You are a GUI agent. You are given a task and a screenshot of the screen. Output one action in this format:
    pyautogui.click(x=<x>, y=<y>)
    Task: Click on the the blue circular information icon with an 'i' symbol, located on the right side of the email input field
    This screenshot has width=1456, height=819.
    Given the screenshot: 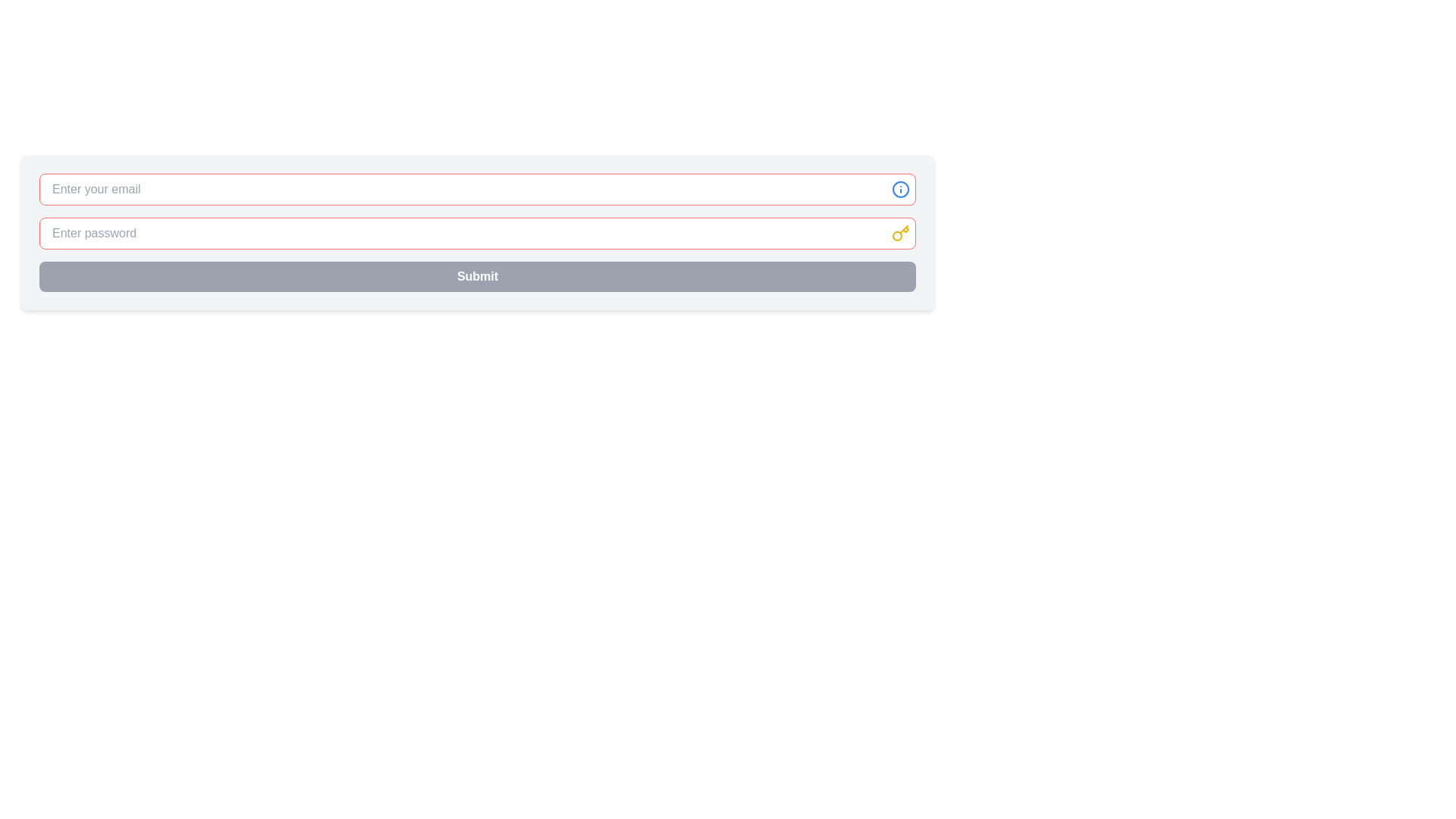 What is the action you would take?
    pyautogui.click(x=901, y=189)
    